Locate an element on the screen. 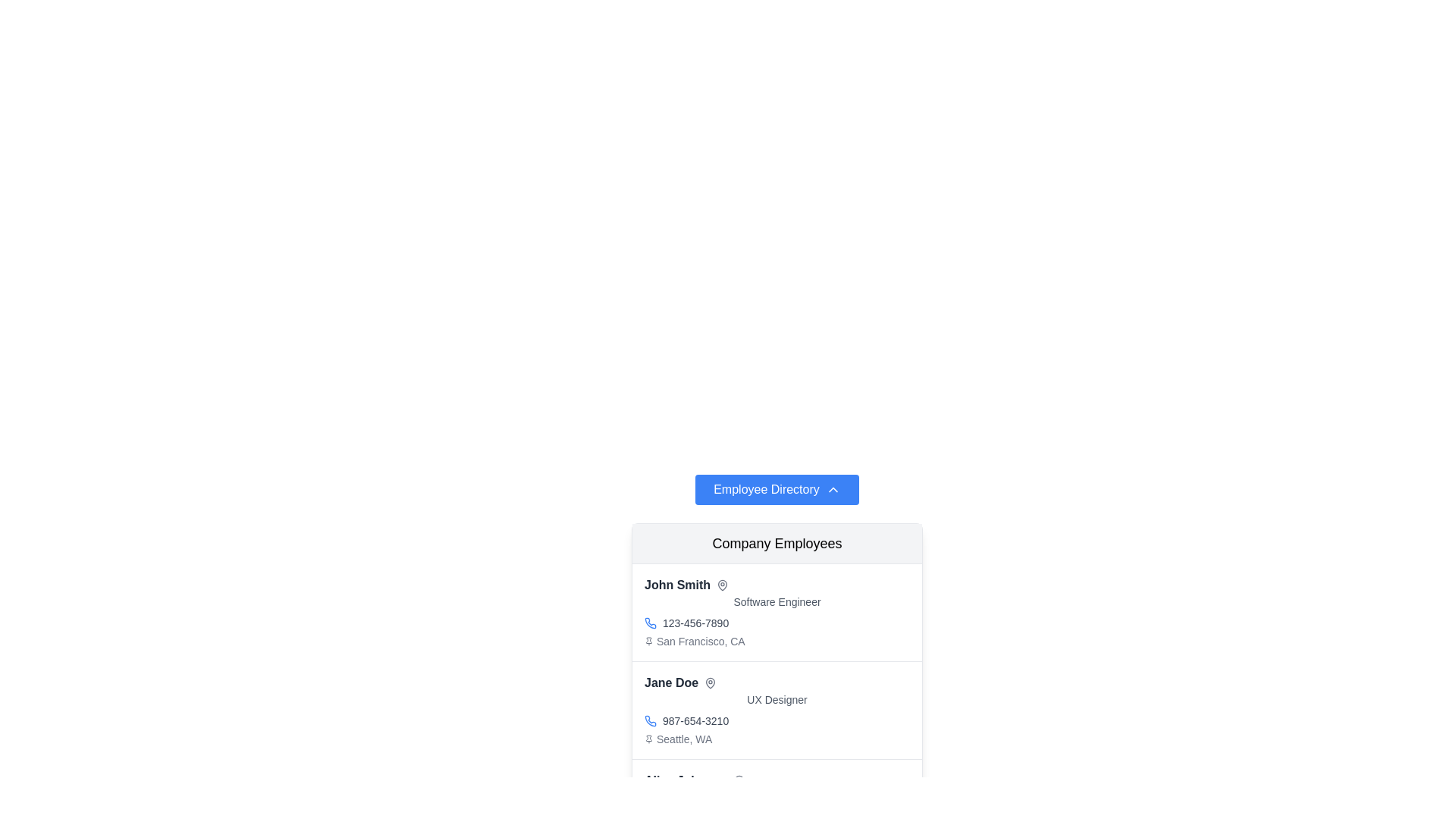 The image size is (1456, 819). the location information displayed is located at coordinates (777, 739).